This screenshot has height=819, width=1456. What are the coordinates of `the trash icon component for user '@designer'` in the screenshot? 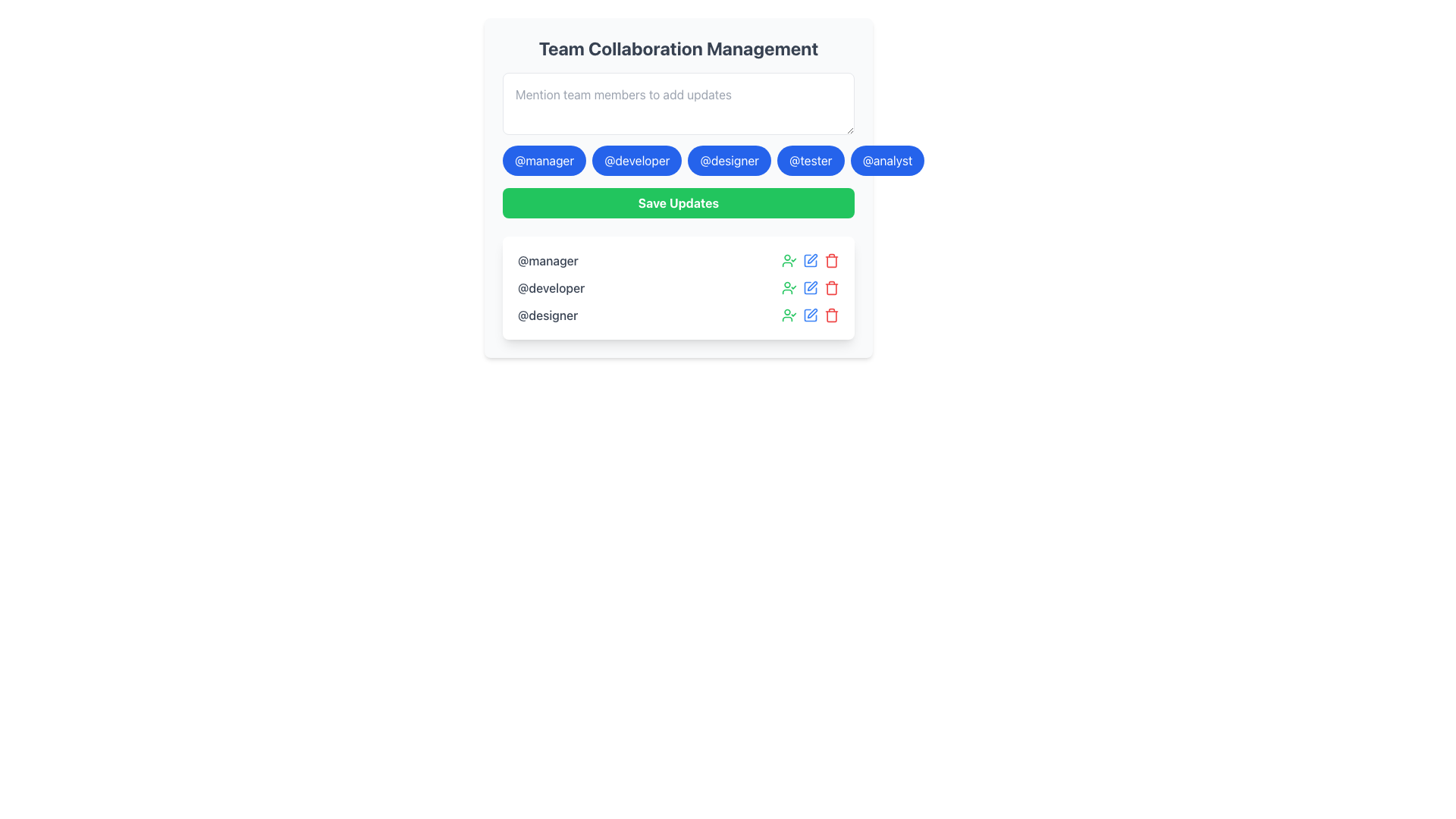 It's located at (831, 315).